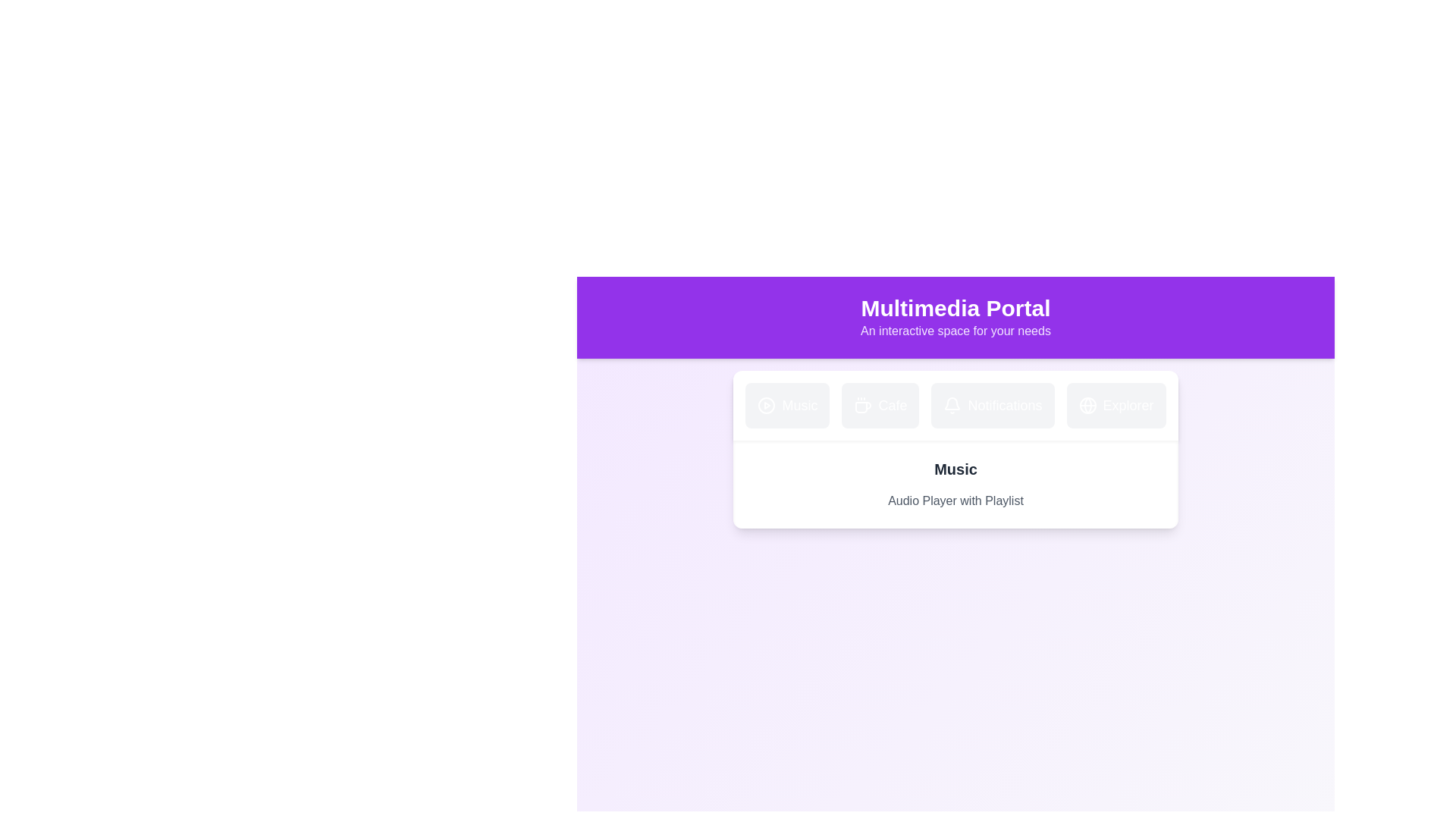 This screenshot has width=1456, height=819. I want to click on the 'Music' Tab button, so click(787, 405).